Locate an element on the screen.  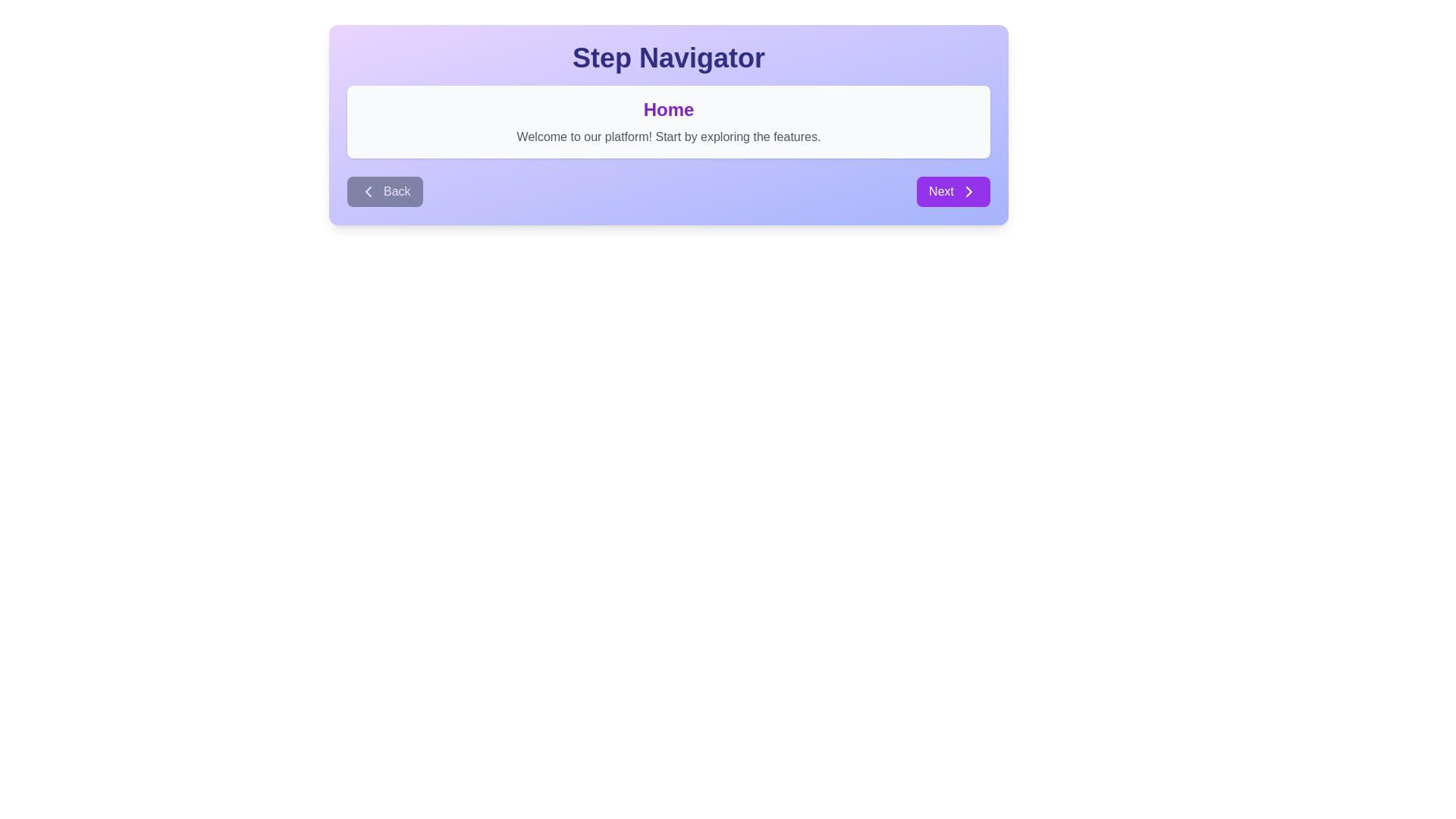
the Navigation icon located to the left of the 'Back' button is located at coordinates (368, 191).